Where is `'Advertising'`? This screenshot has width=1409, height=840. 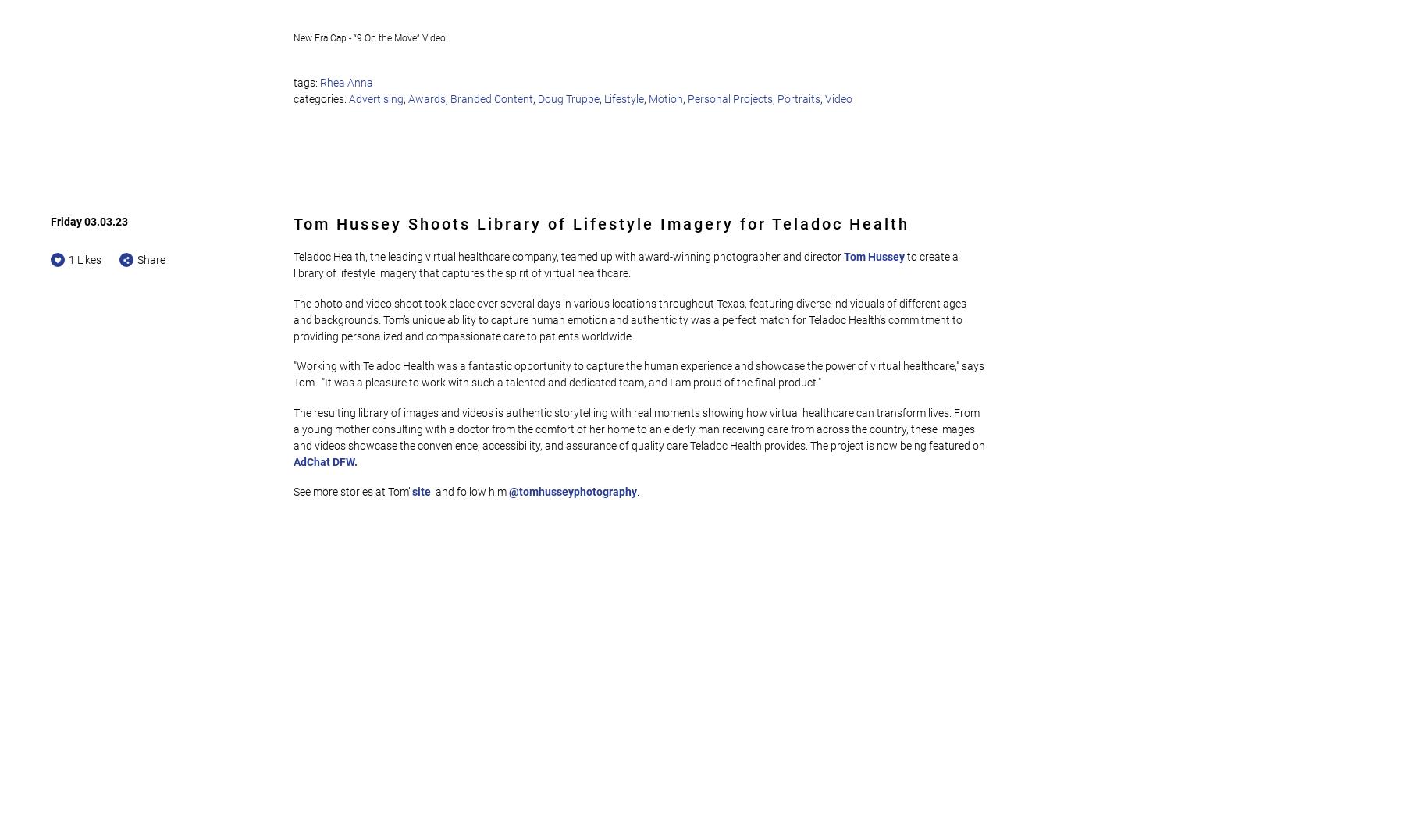 'Advertising' is located at coordinates (375, 98).